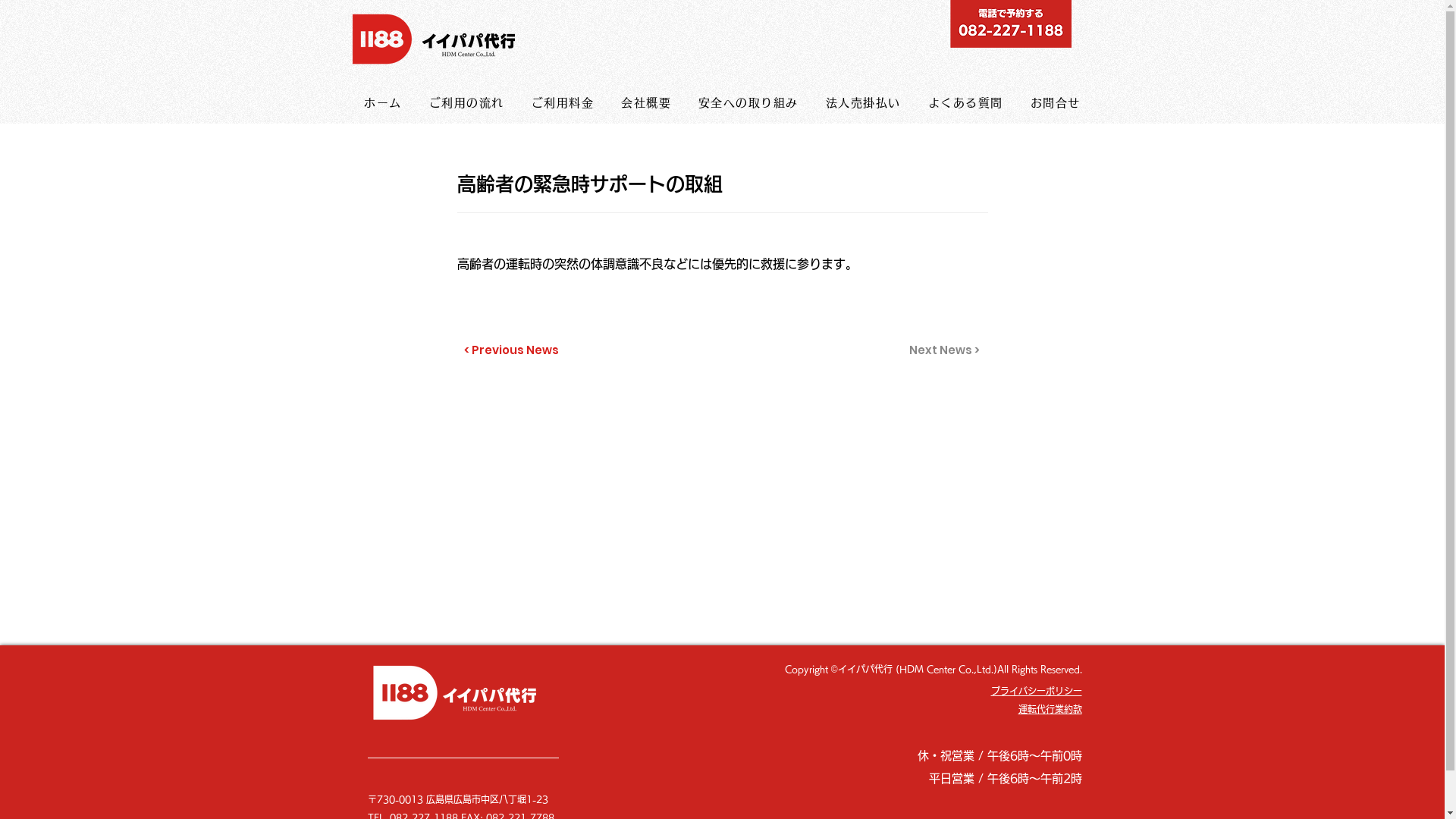  Describe the element at coordinates (513, 350) in the screenshot. I see `'< Previous News'` at that location.